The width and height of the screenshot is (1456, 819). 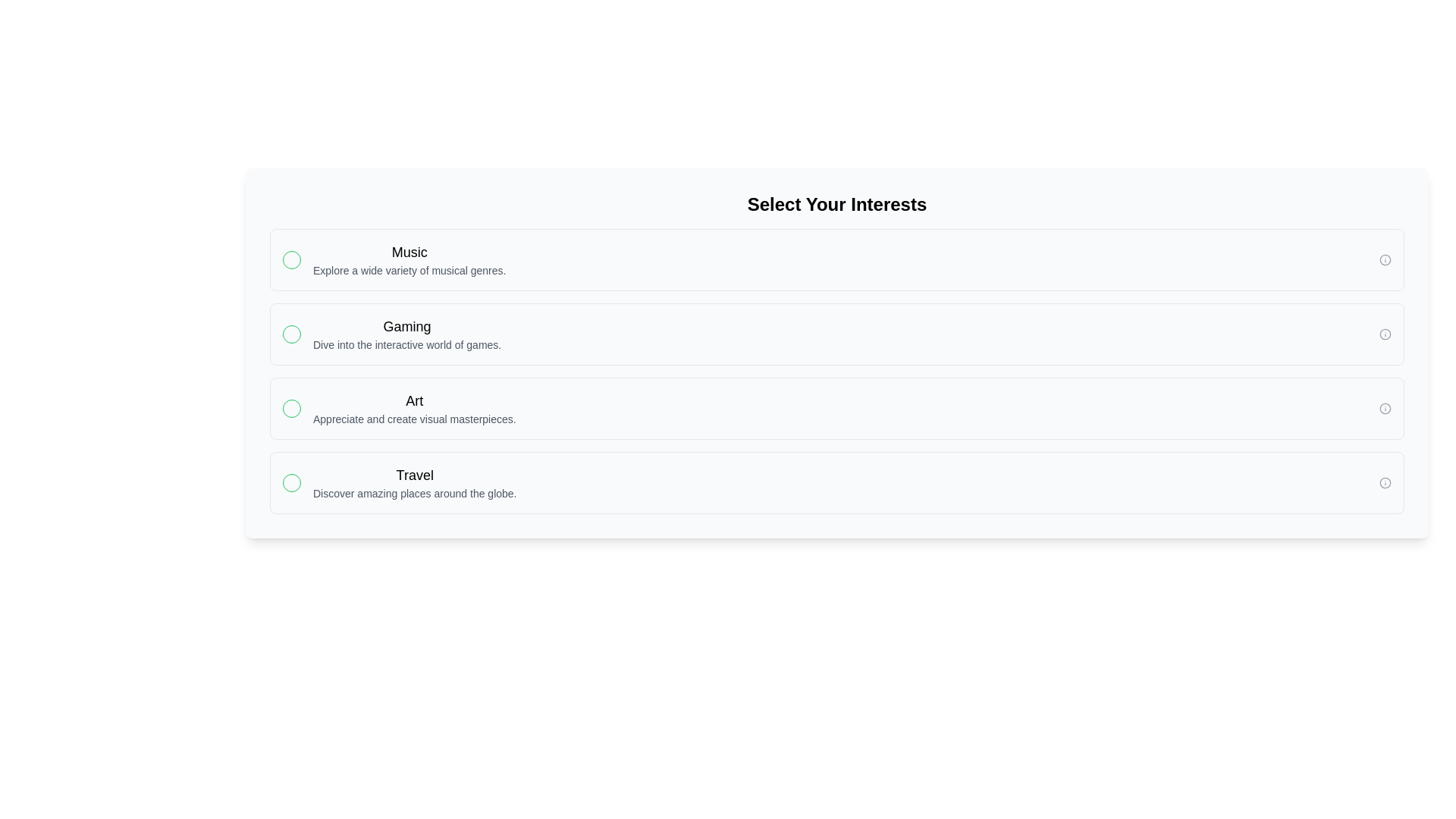 I want to click on the option corresponding to Art to select it, so click(x=836, y=408).